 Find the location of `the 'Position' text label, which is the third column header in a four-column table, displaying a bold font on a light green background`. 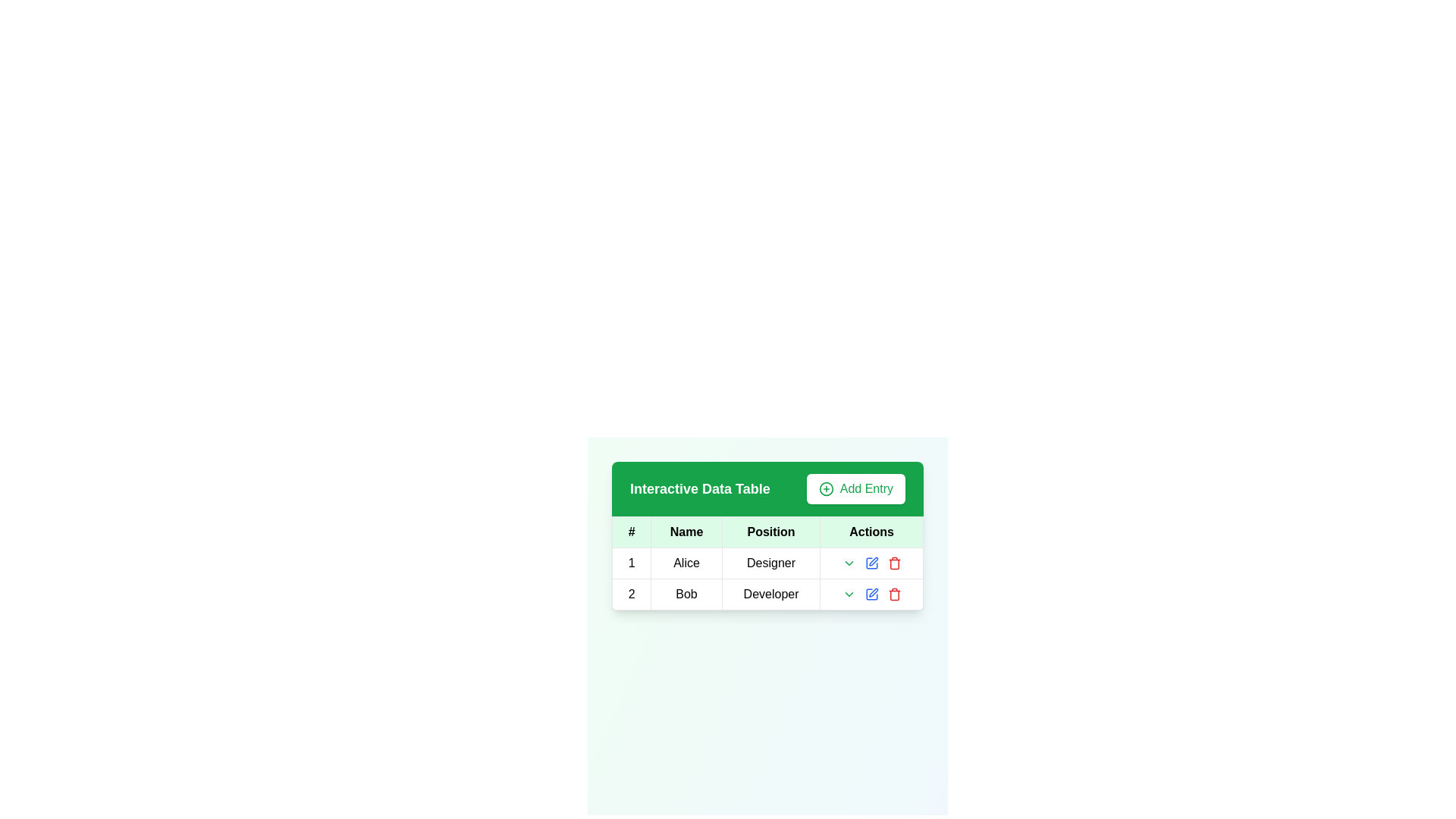

the 'Position' text label, which is the third column header in a four-column table, displaying a bold font on a light green background is located at coordinates (771, 532).